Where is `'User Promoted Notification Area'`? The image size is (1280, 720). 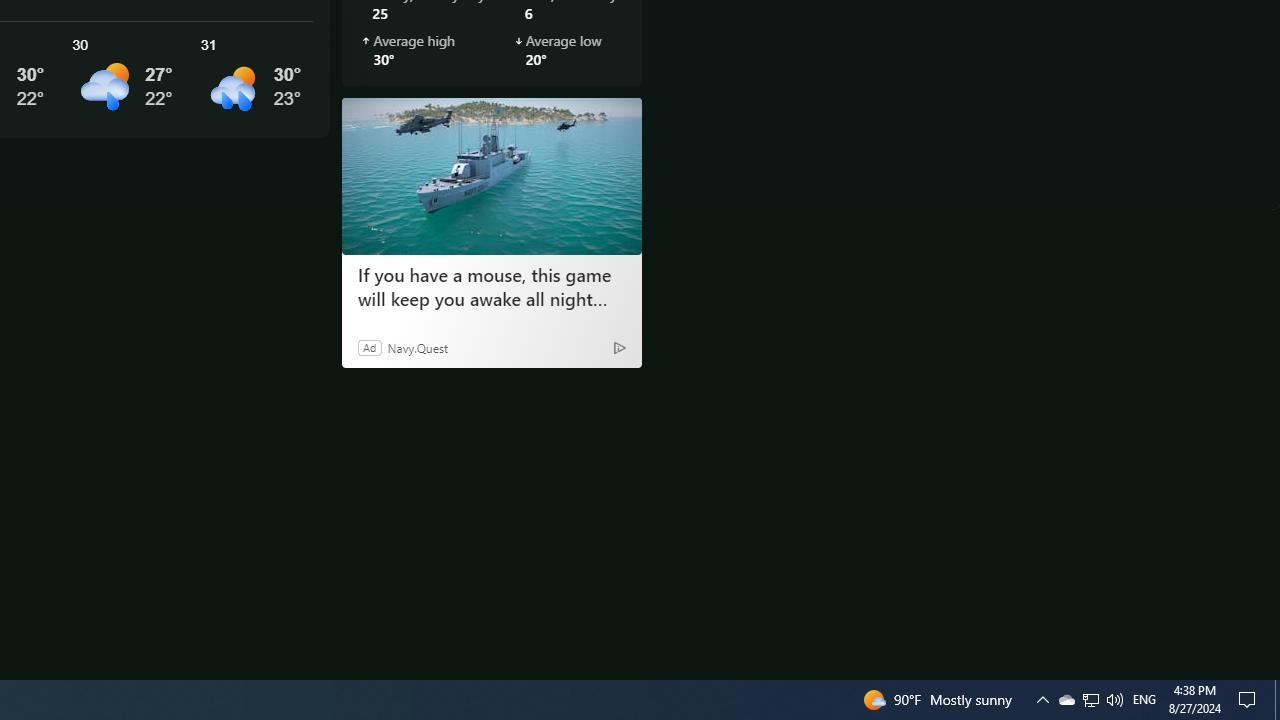
'User Promoted Notification Area' is located at coordinates (1065, 698).